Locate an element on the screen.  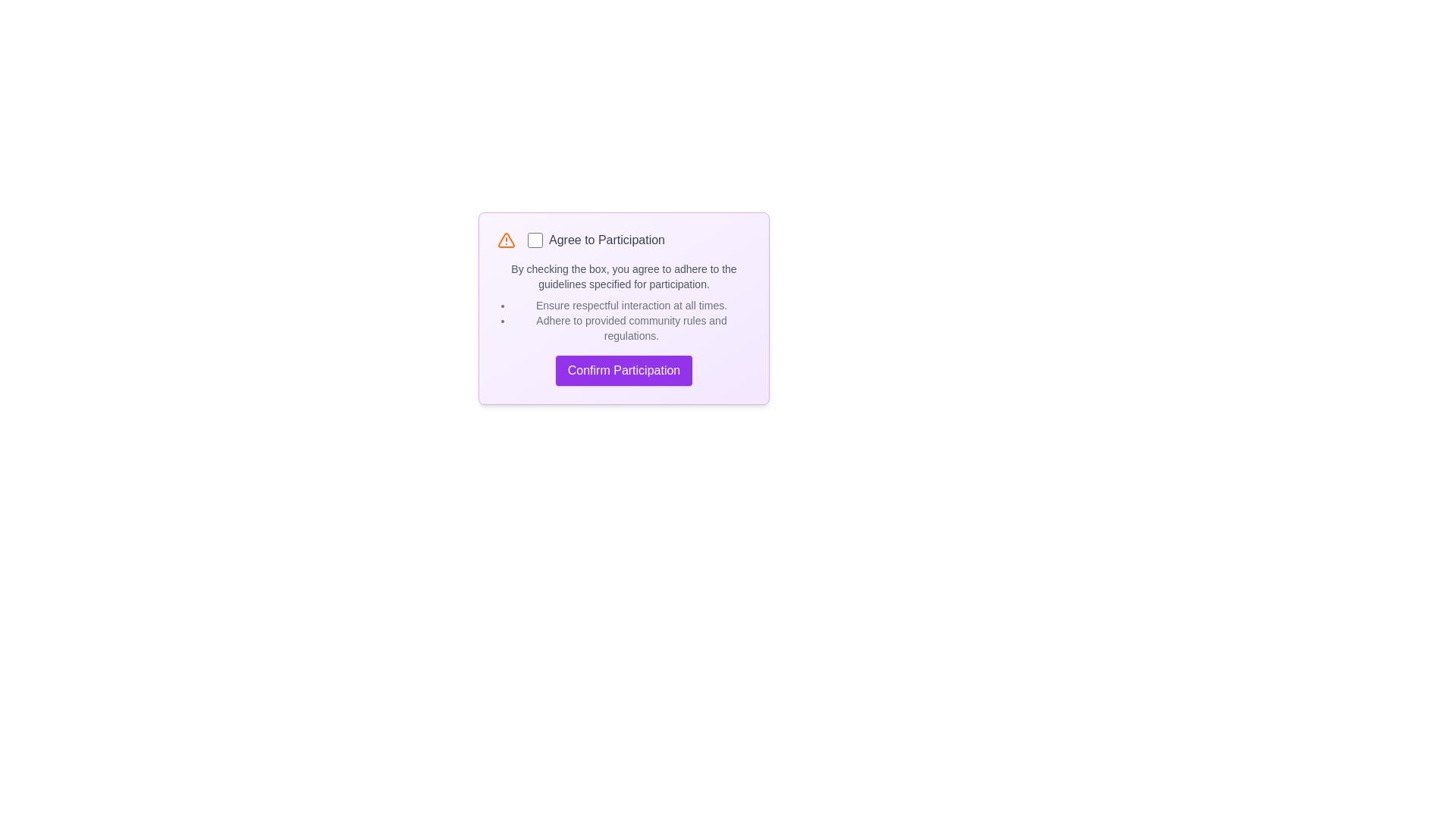
the Text block located in the middle section of the card-like panel, which informs the user about necessary guidelines and responsibilities to proceed is located at coordinates (623, 302).